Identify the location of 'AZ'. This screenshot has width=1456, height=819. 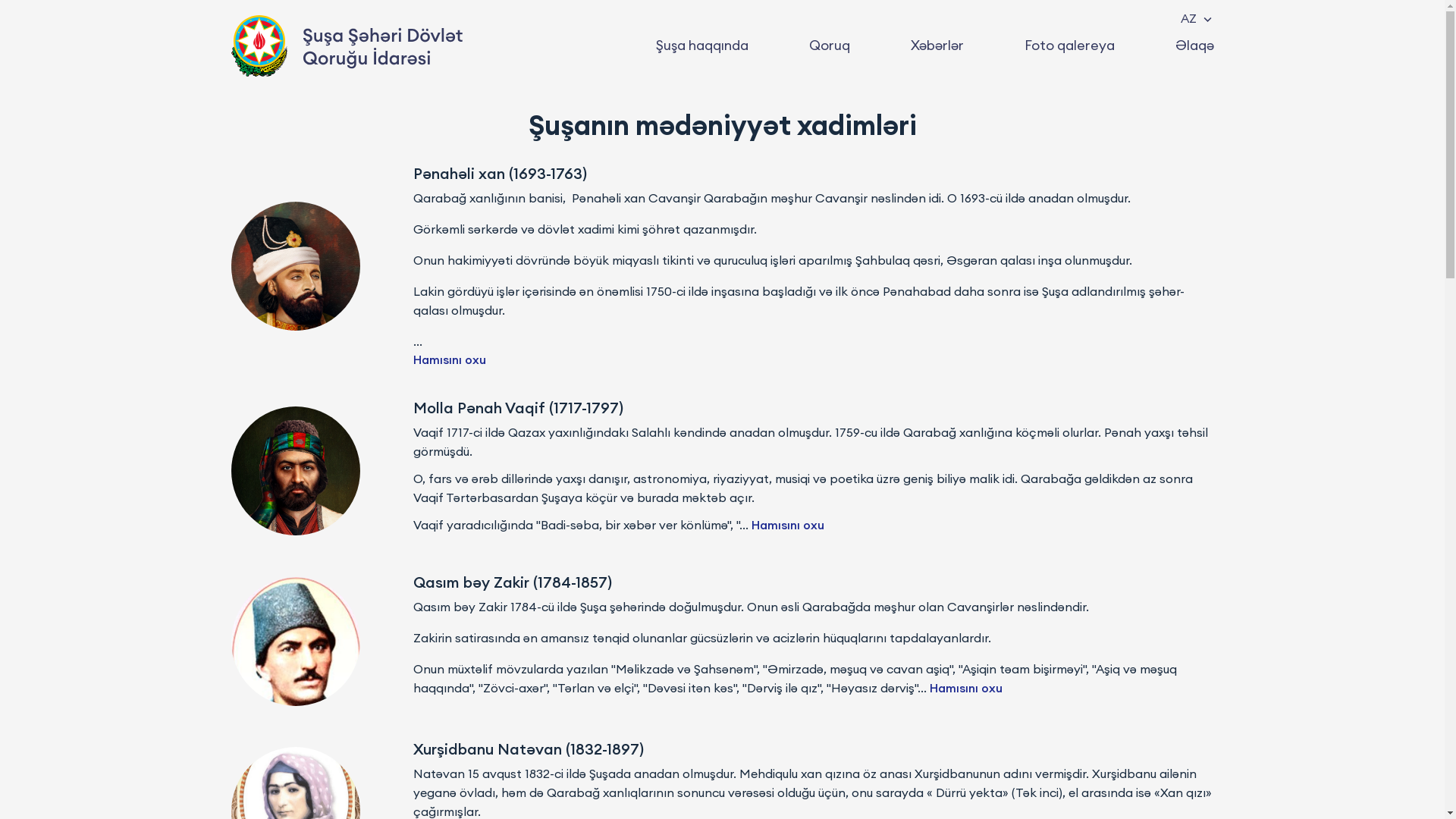
(1194, 17).